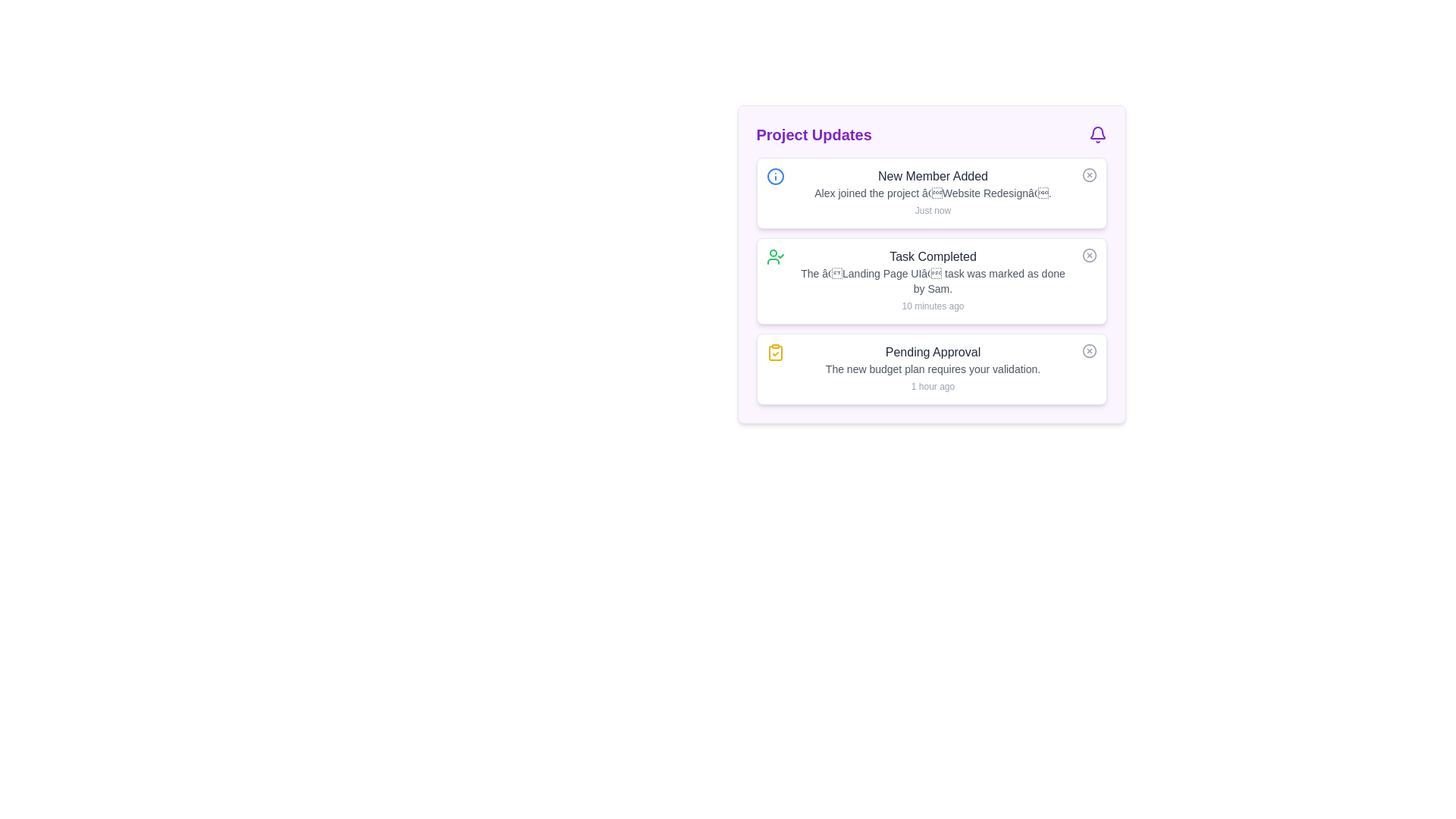 The width and height of the screenshot is (1456, 819). Describe the element at coordinates (932, 281) in the screenshot. I see `the text element stating 'The “Landing Page UI” task was marked as done by Sam.', which is styled in gray and located below the header 'Task Completed'` at that location.